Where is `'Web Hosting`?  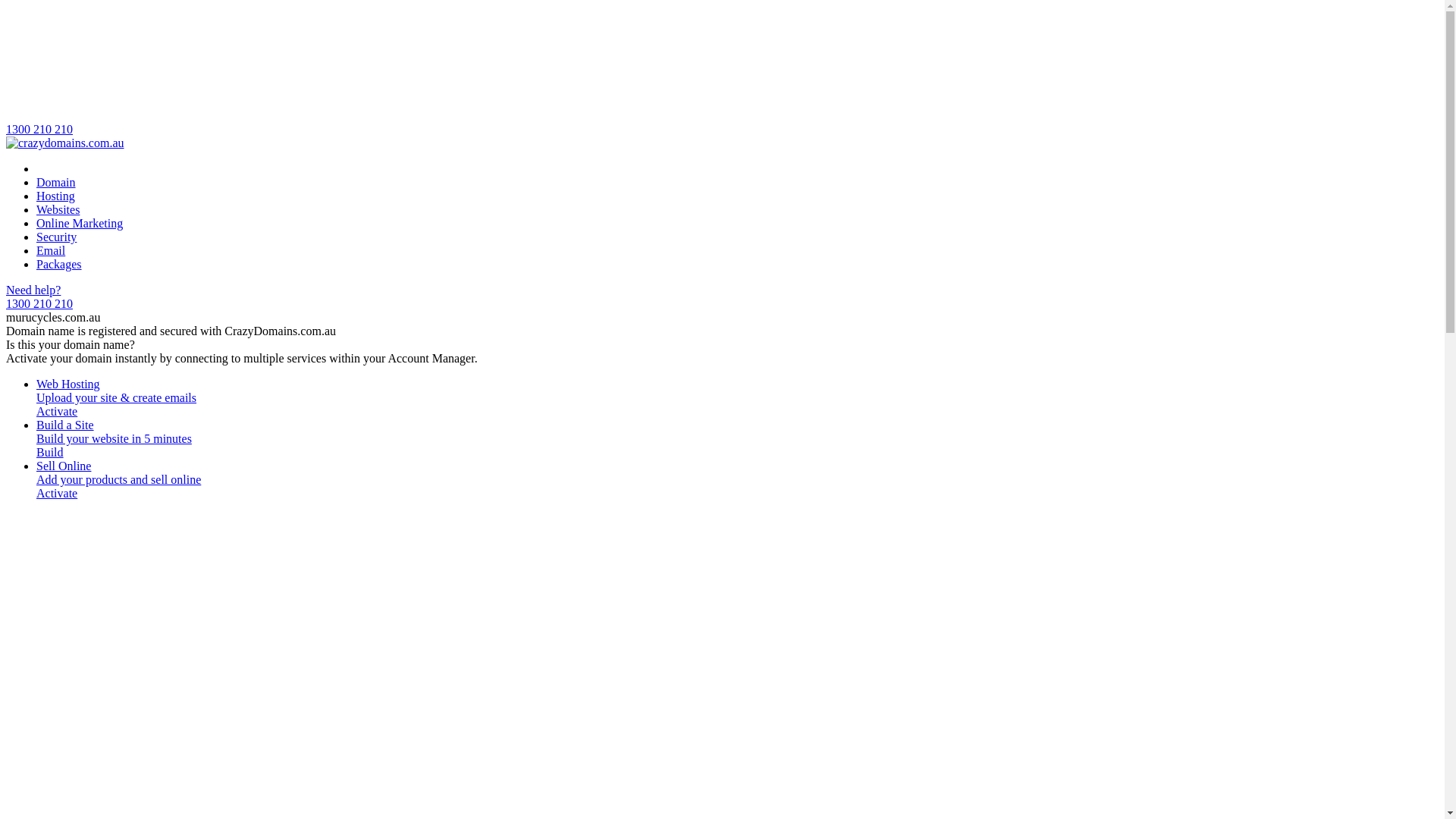 'Web Hosting is located at coordinates (737, 397).